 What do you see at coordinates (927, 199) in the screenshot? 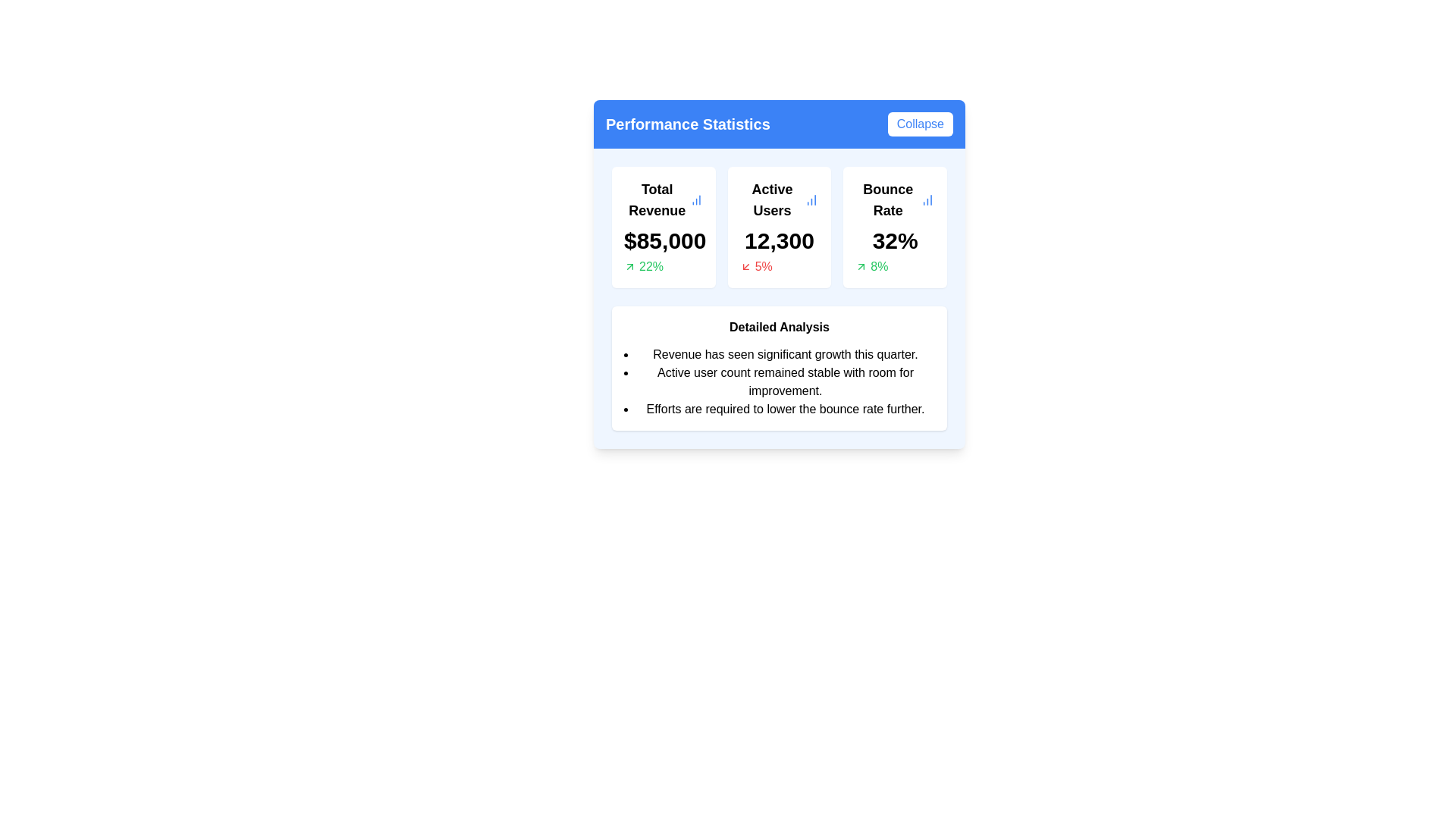
I see `the small blue chart icon representing the bounce rate, which is located at the top-right of the Bounce Rate section next to the displayed percentage value` at bounding box center [927, 199].